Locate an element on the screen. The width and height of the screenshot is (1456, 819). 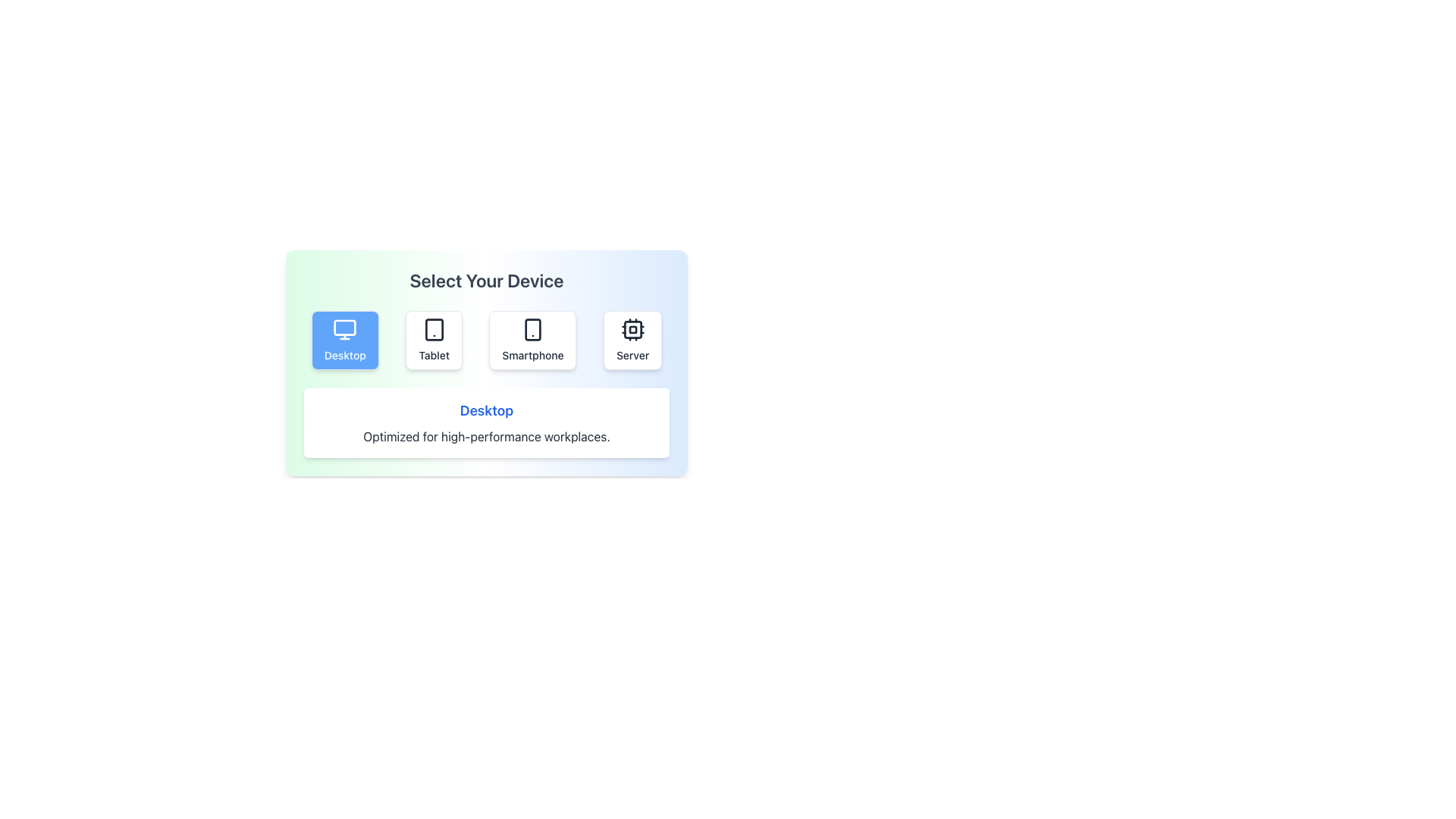
the outermost square-shaped graphic with rounded corners in the CPU icon located in the 'Select Your Device' interface to the right of the 'Server' option is located at coordinates (632, 329).